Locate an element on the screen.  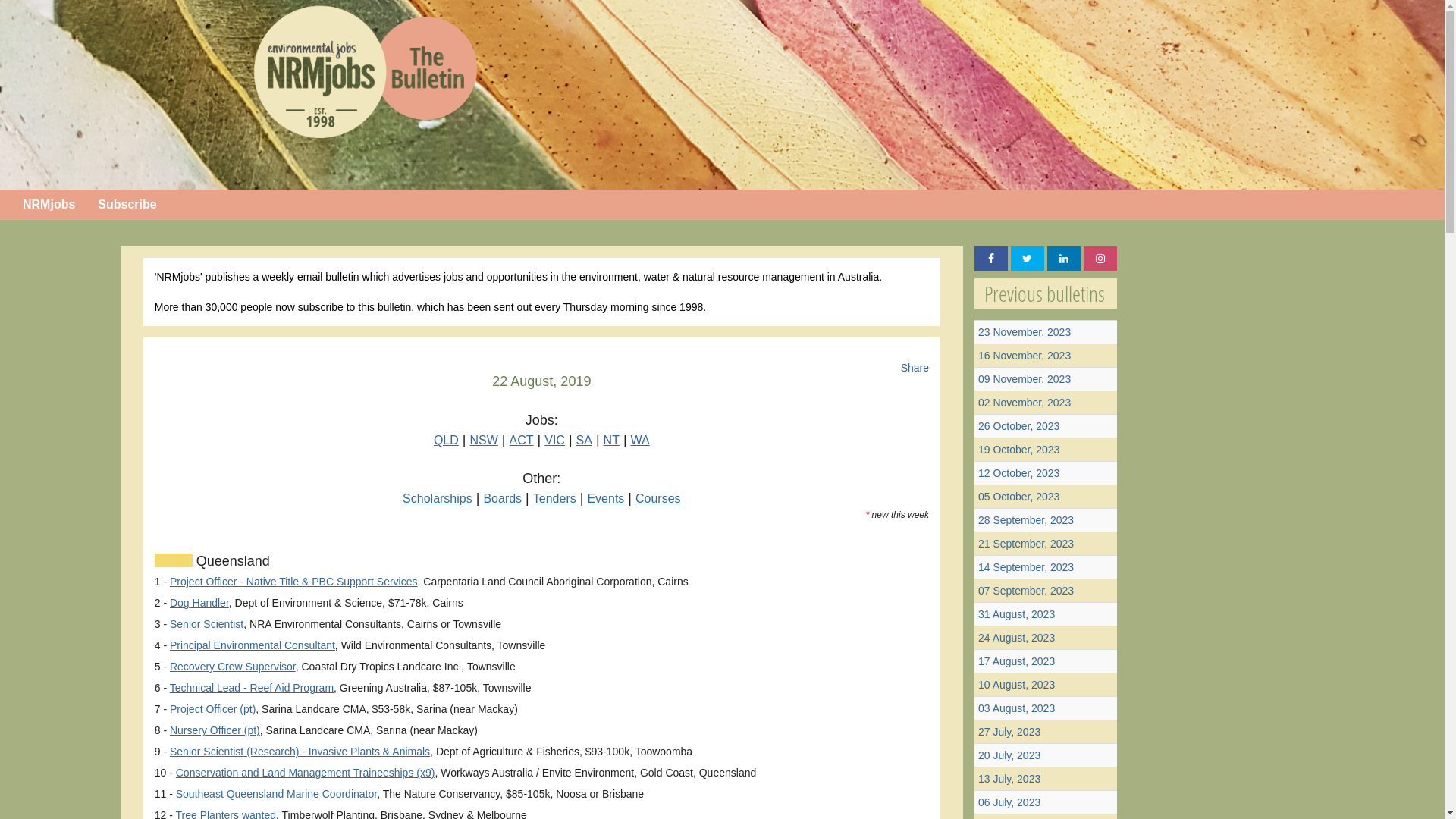
'Senior Scientist (Research) - Invasive Plants & Animals' is located at coordinates (300, 752).